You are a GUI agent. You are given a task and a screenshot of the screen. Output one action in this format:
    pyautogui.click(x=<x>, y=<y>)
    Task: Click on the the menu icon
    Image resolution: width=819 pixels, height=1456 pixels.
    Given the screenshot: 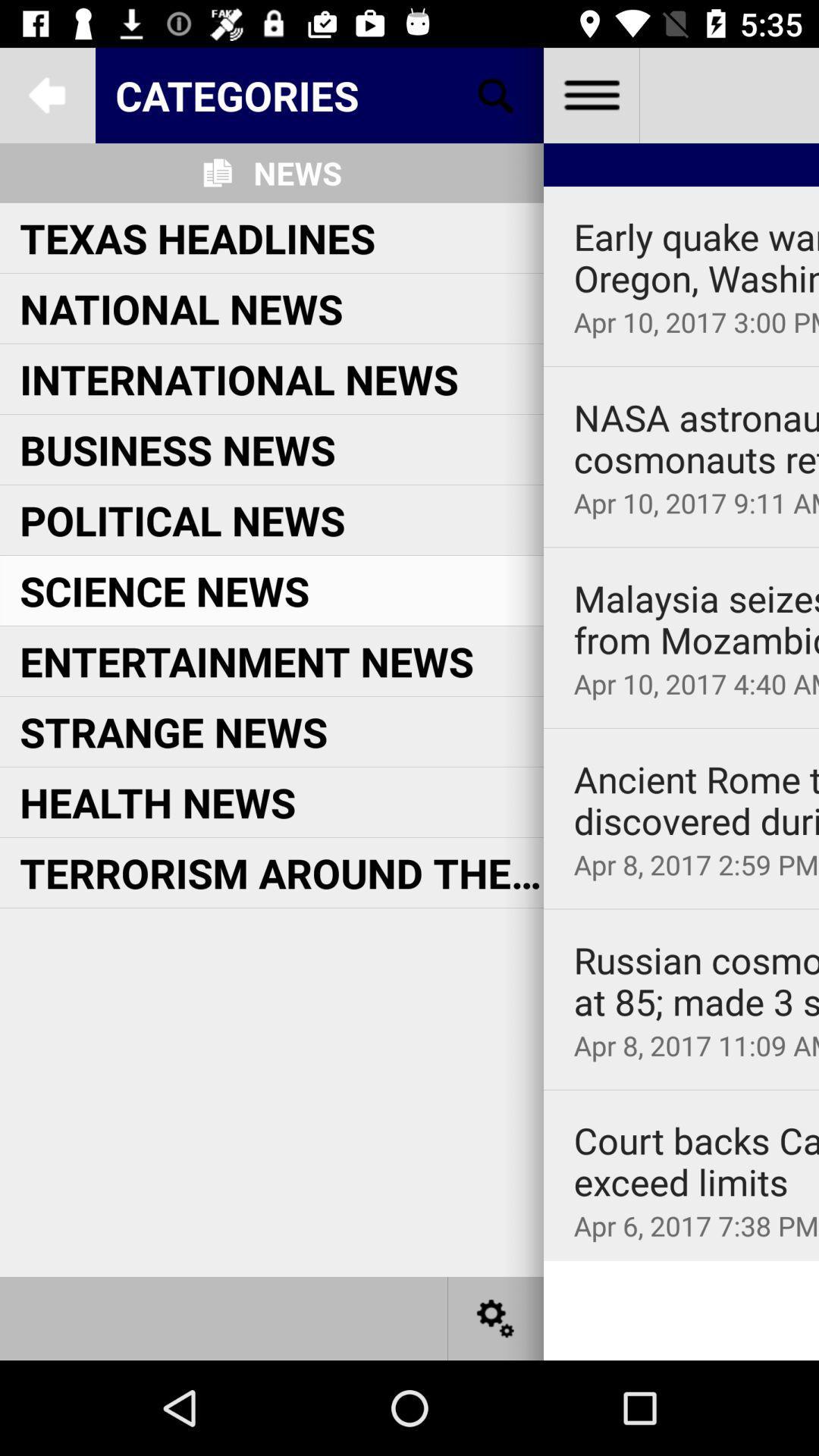 What is the action you would take?
    pyautogui.click(x=590, y=94)
    